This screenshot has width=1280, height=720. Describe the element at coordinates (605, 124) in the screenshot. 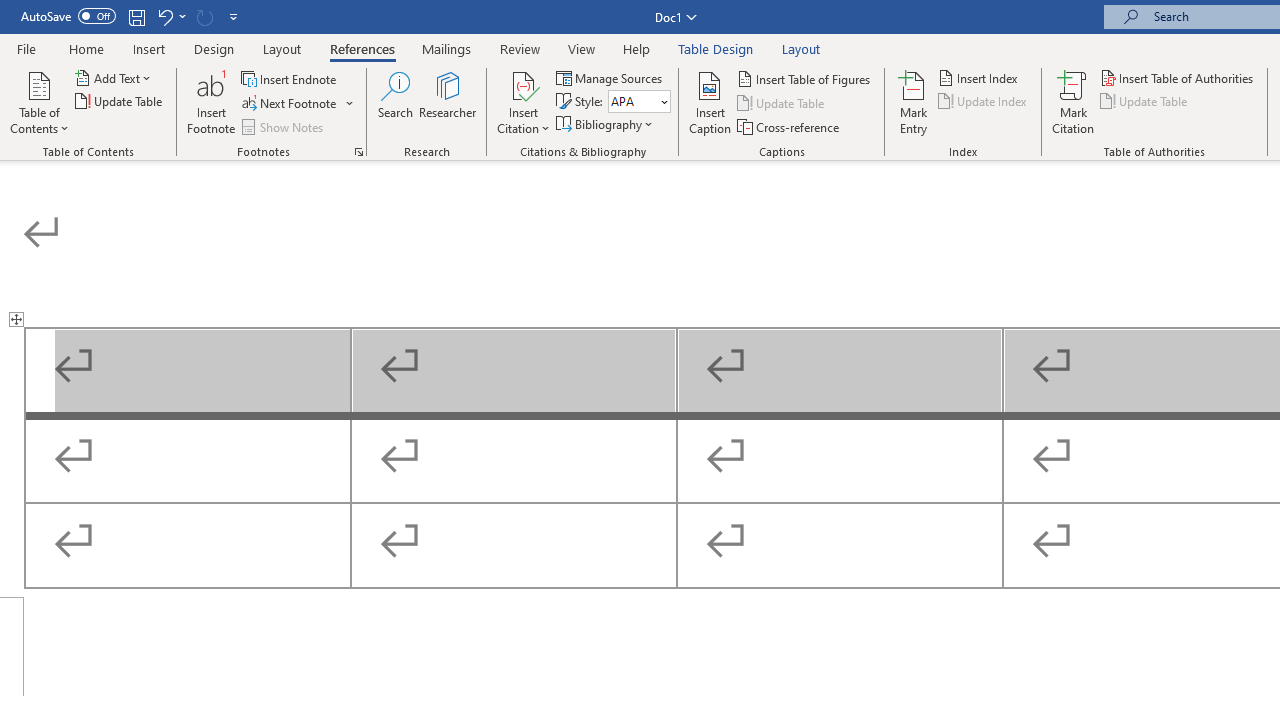

I see `'Bibliography'` at that location.